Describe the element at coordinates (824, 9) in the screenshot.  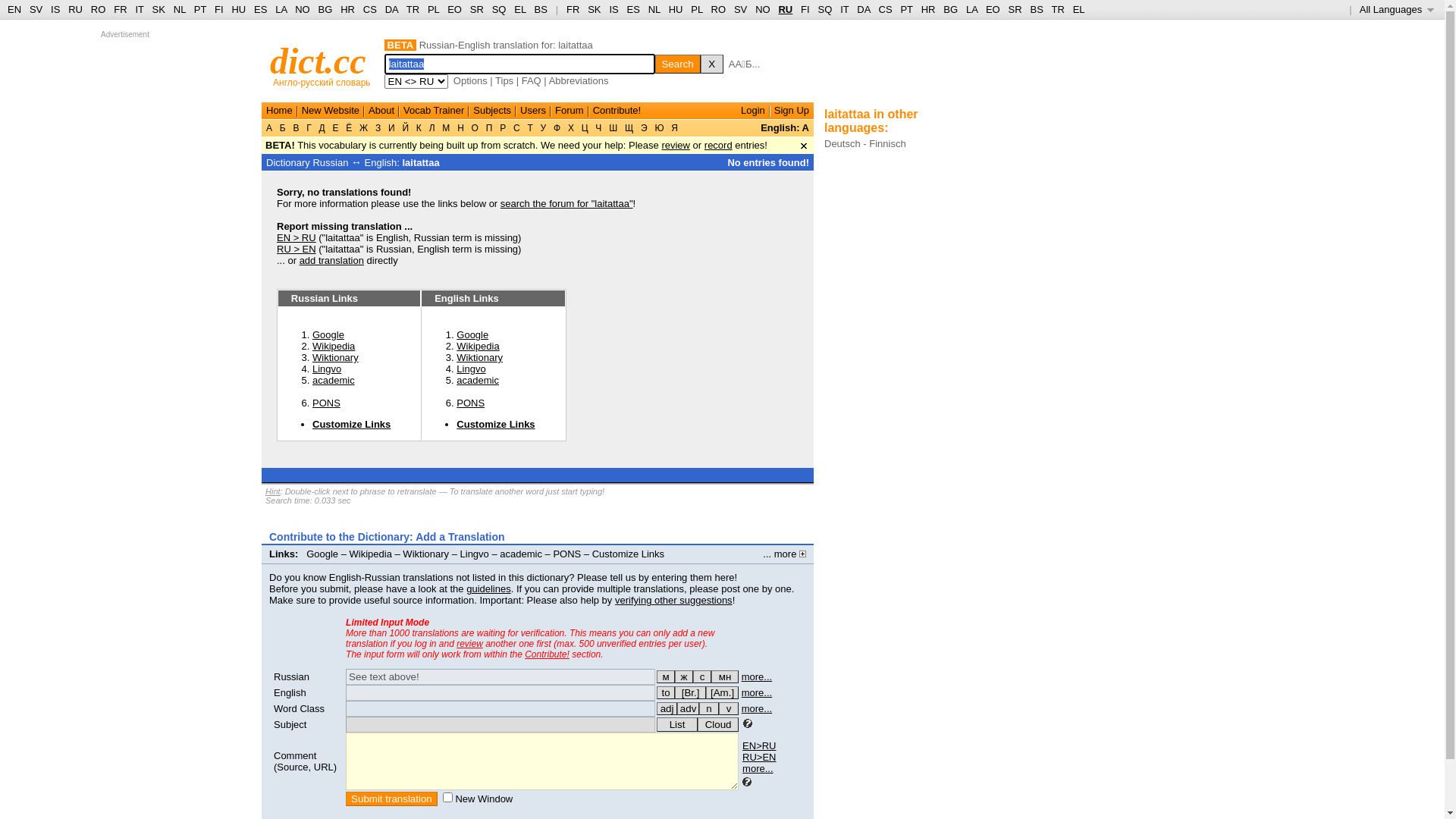
I see `'SQ'` at that location.